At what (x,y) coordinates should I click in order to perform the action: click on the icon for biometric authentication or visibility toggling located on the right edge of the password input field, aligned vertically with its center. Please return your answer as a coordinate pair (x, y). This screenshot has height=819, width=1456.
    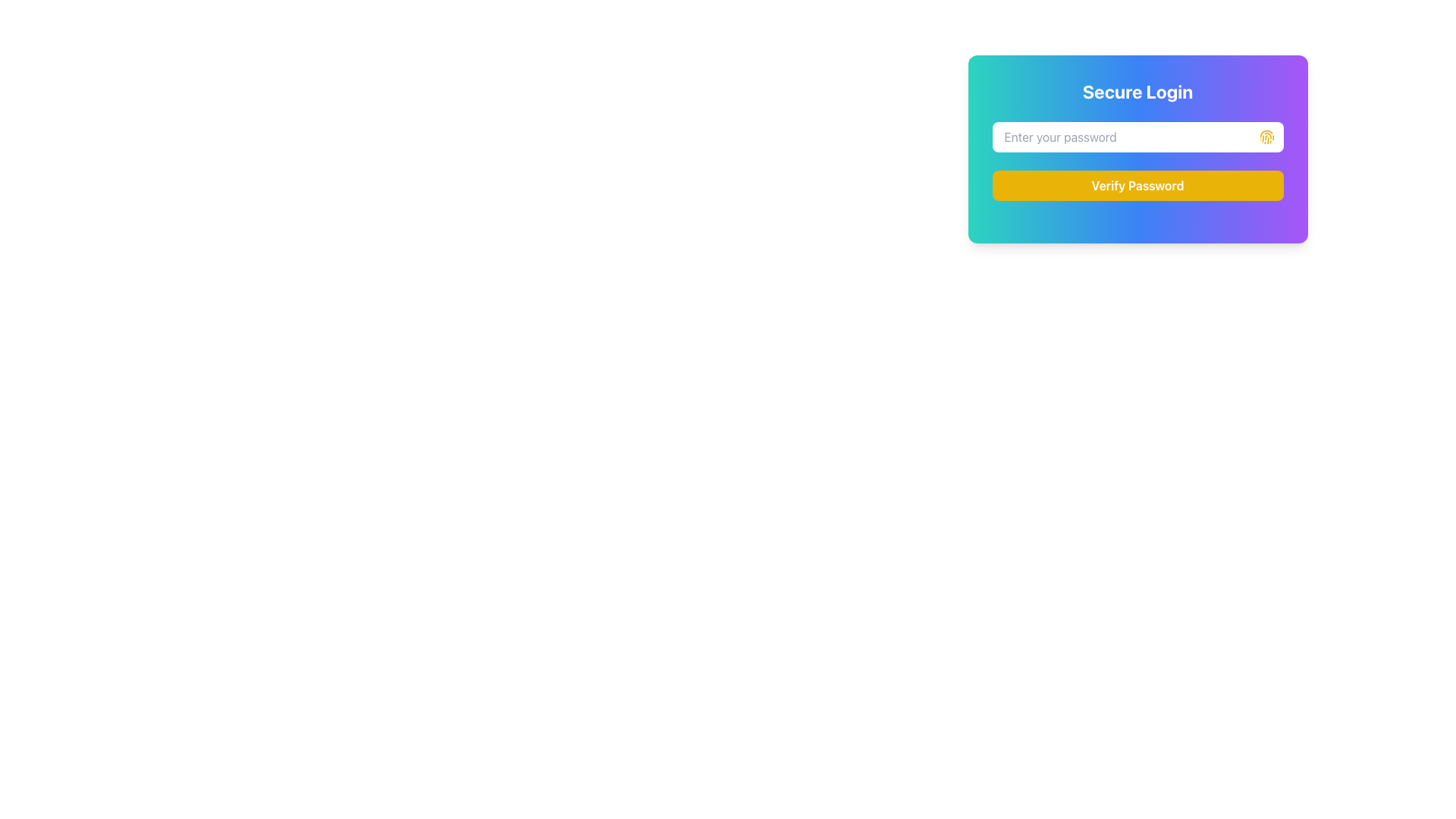
    Looking at the image, I should click on (1266, 137).